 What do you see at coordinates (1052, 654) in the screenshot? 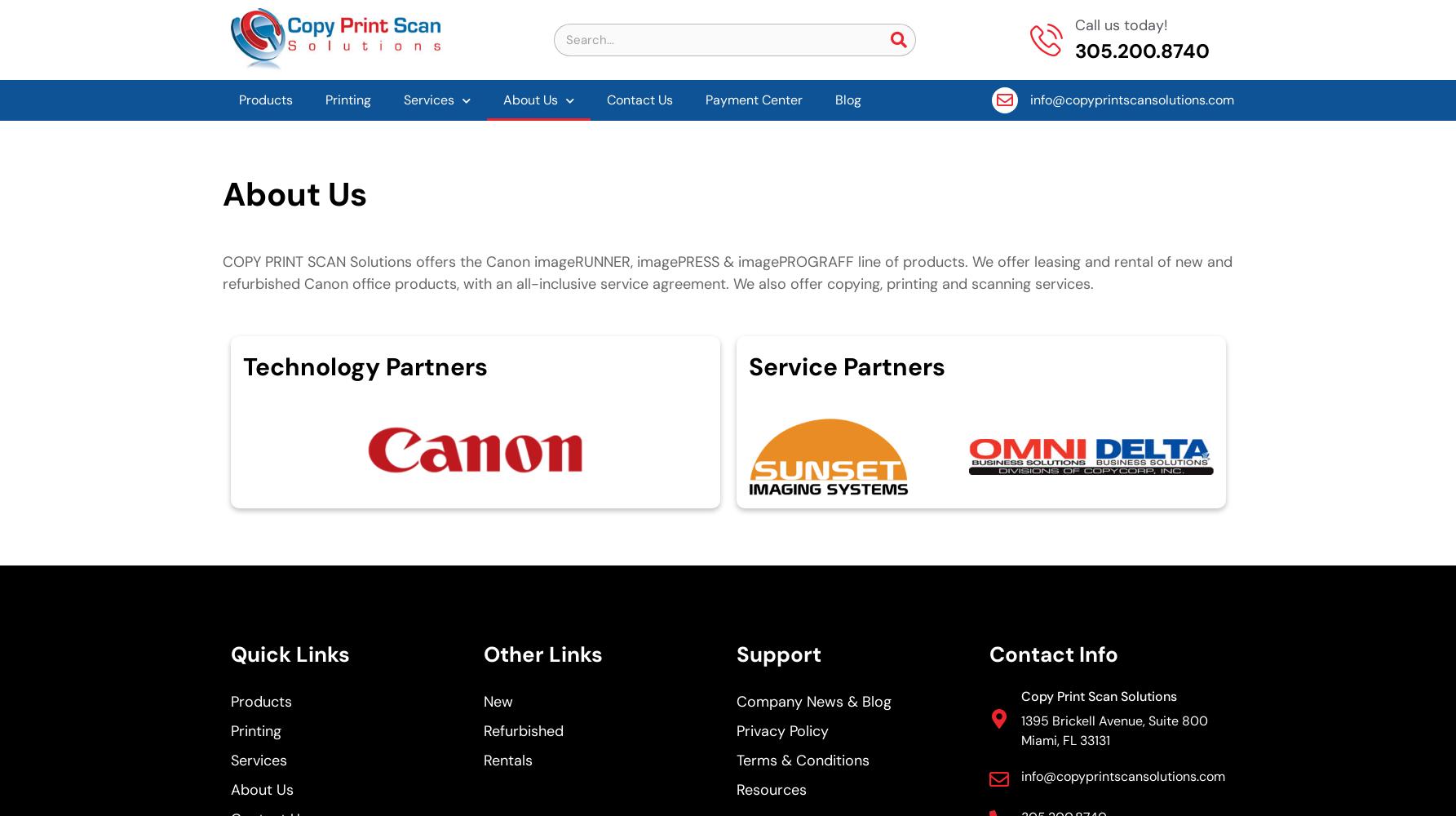
I see `'Contact Info'` at bounding box center [1052, 654].